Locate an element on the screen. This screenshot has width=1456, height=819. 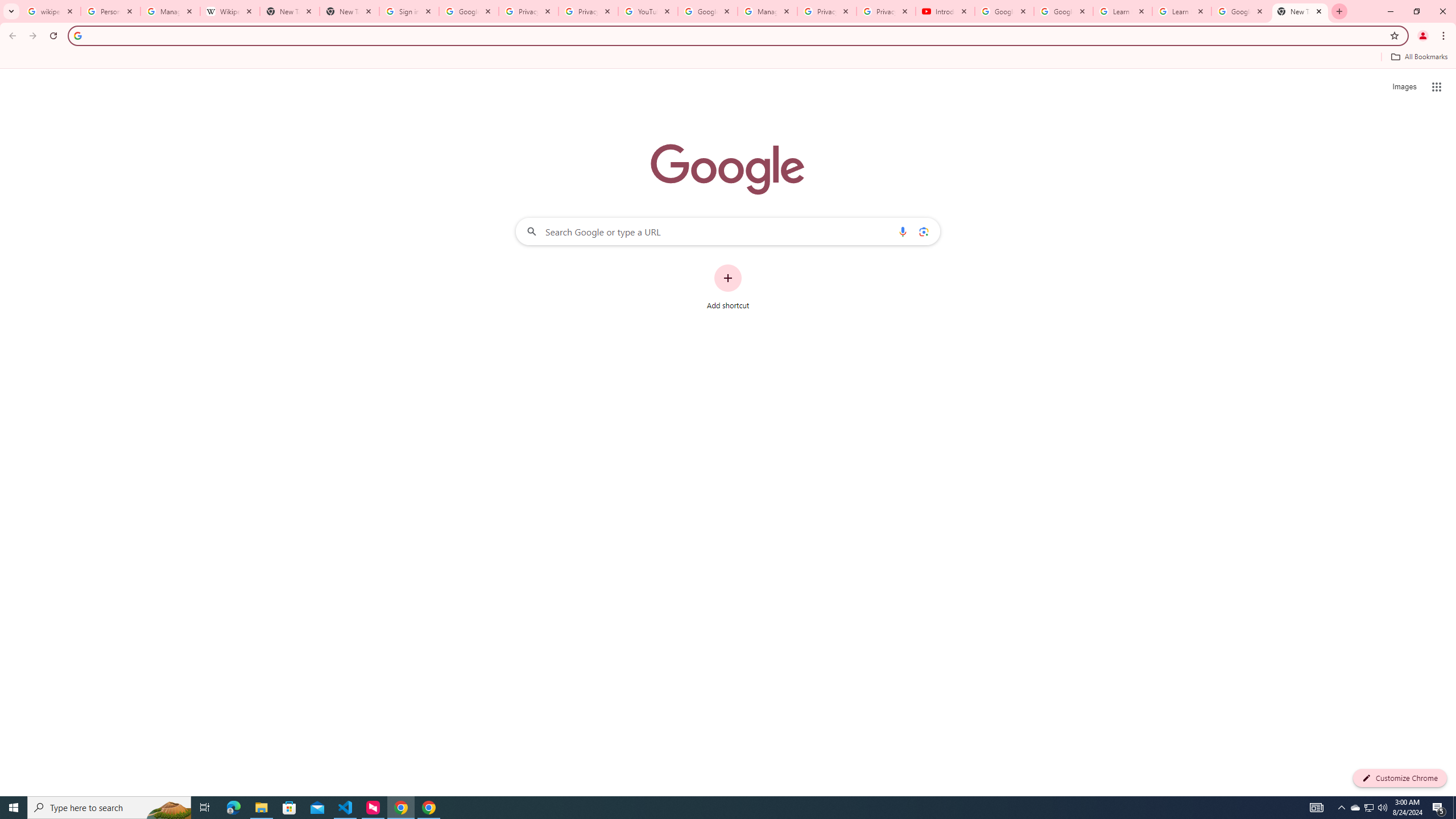
'Google Account' is located at coordinates (1240, 11).